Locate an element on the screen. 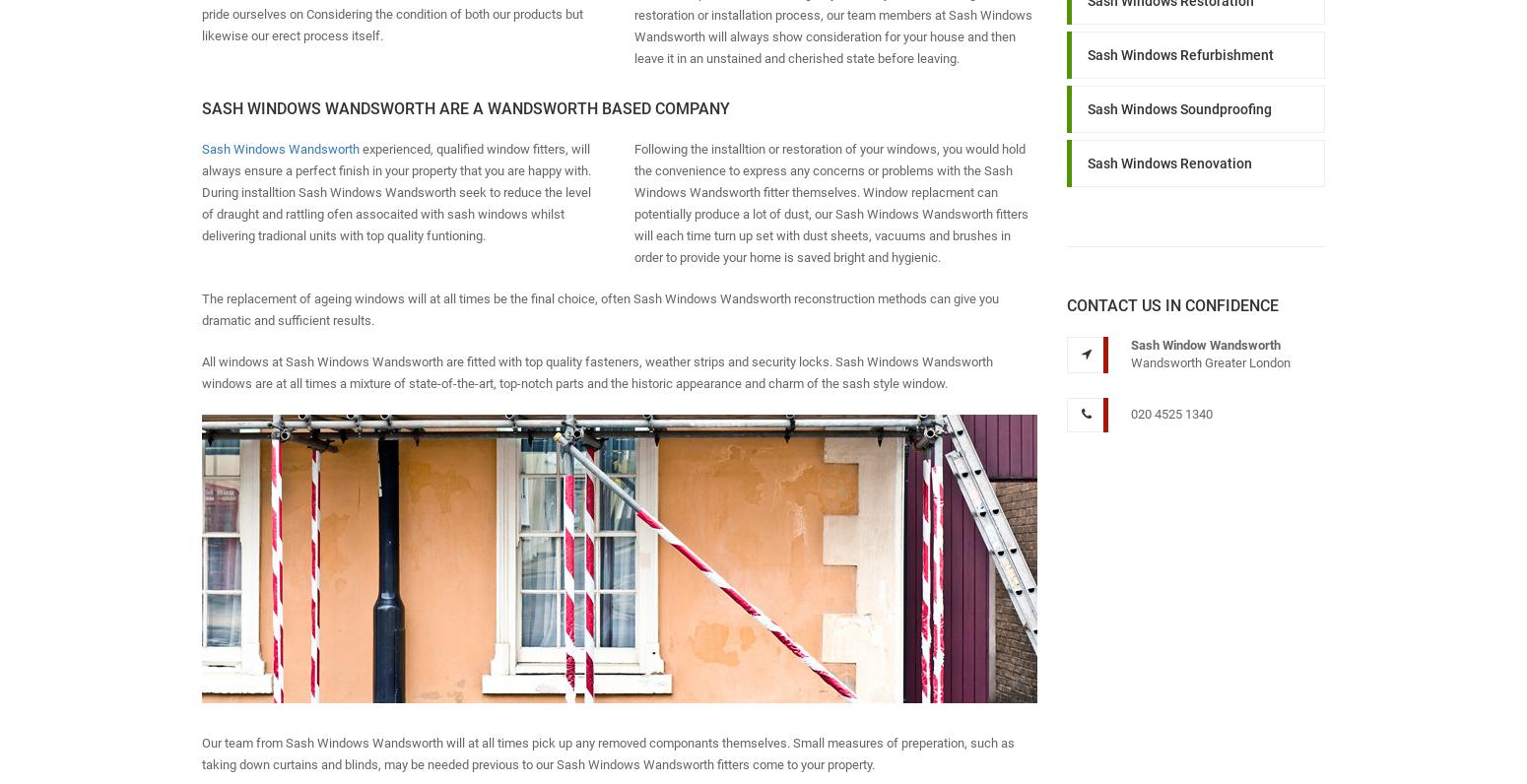 This screenshot has height=784, width=1527. 'Our team from Sash Windows Wandsworth will at all times pick up any removed componants themselves. Small measures of preperation, such as taking down curtains and blinds, may be needed previous to our Sash Windows Wandsworth fitters come to your property.' is located at coordinates (608, 753).